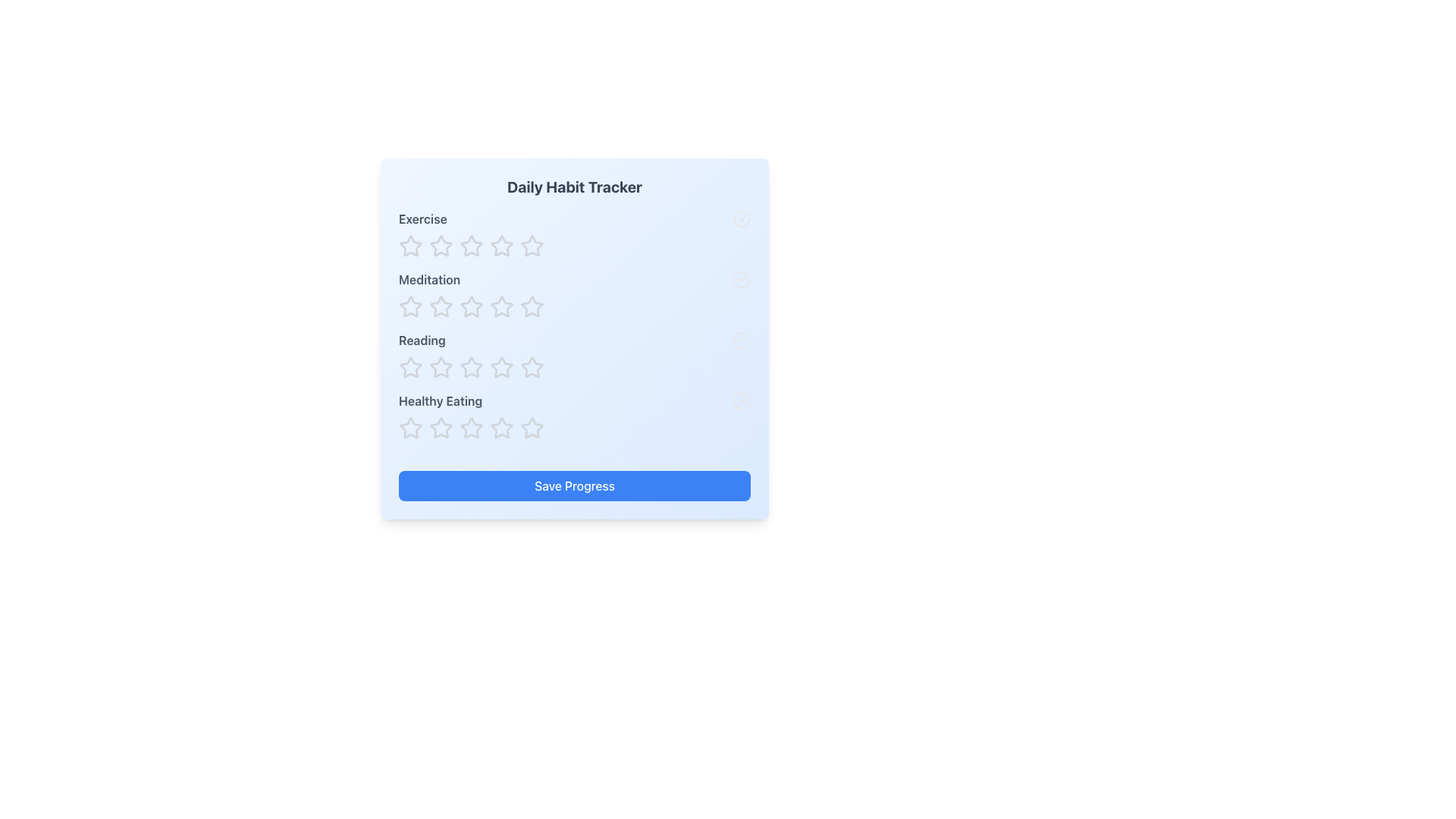 This screenshot has height=819, width=1456. What do you see at coordinates (574, 234) in the screenshot?
I see `the first star in the five-star rating scale for the 'Exercise' habit located within the 'Daily Habit Tracker' card to set the rating` at bounding box center [574, 234].